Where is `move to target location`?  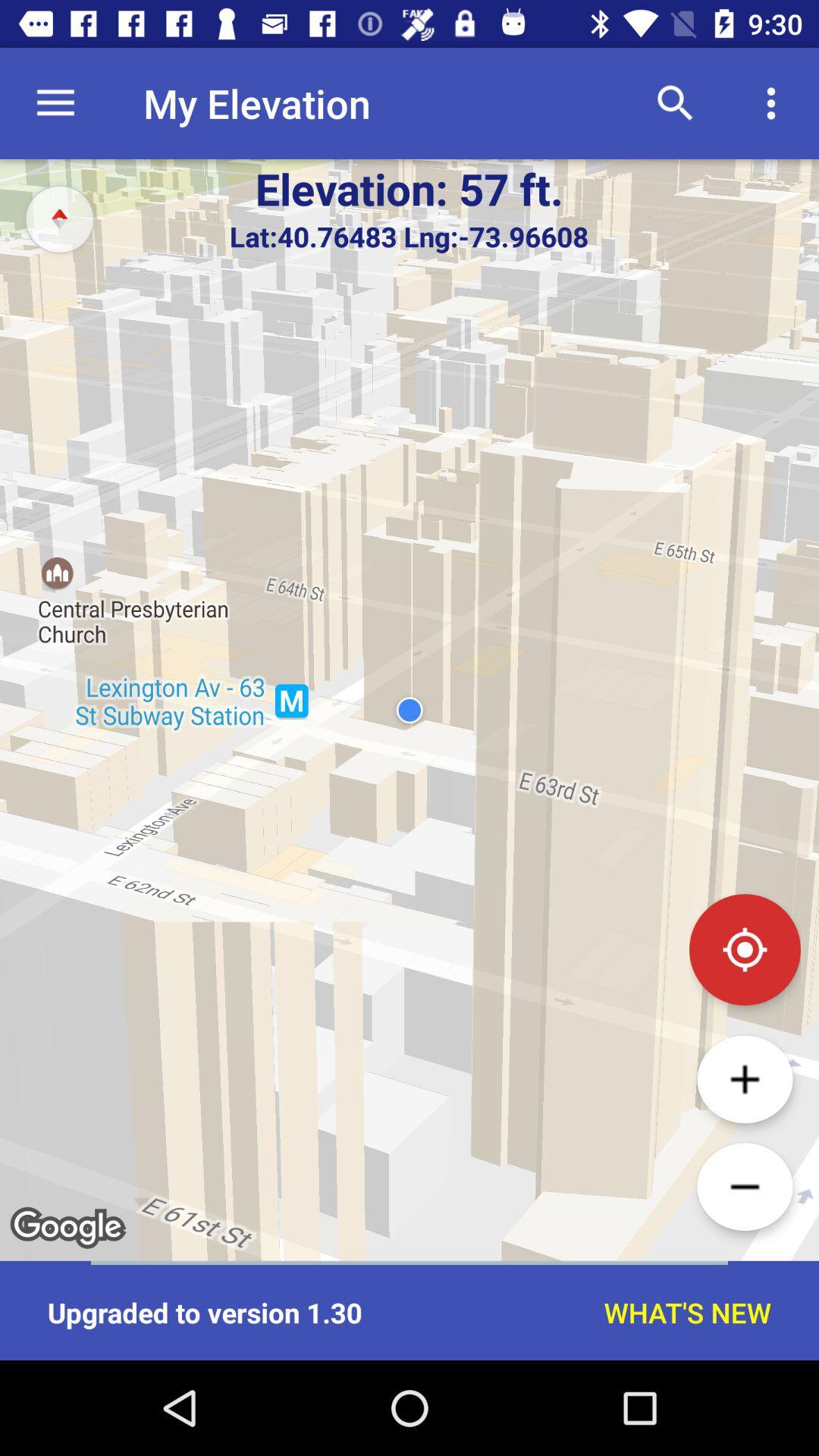
move to target location is located at coordinates (744, 949).